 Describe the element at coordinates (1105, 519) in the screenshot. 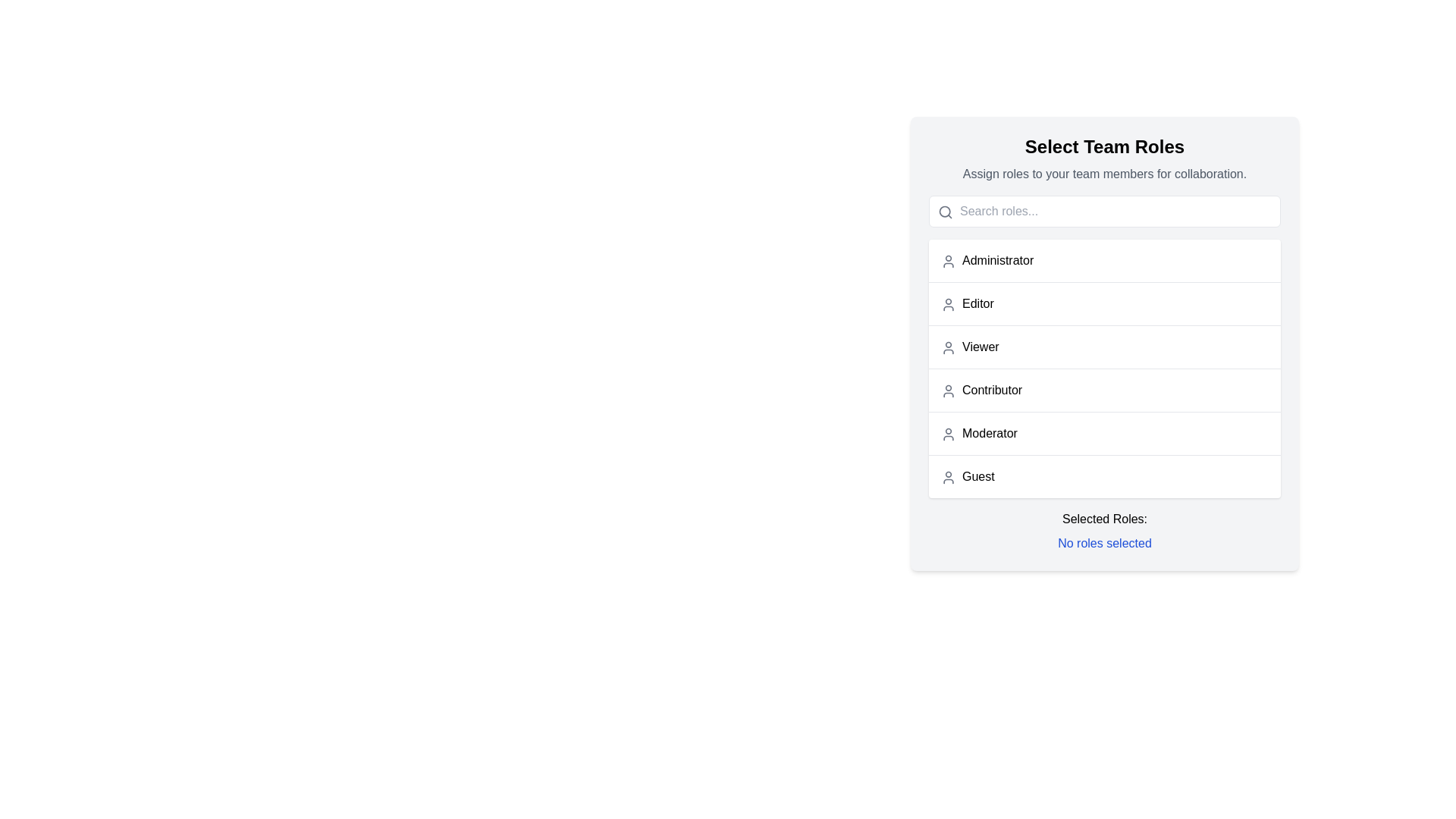

I see `the label indicating the purpose of the content for selected roles, located in the 'Select Team Roles' panel above 'No roles selected'` at that location.